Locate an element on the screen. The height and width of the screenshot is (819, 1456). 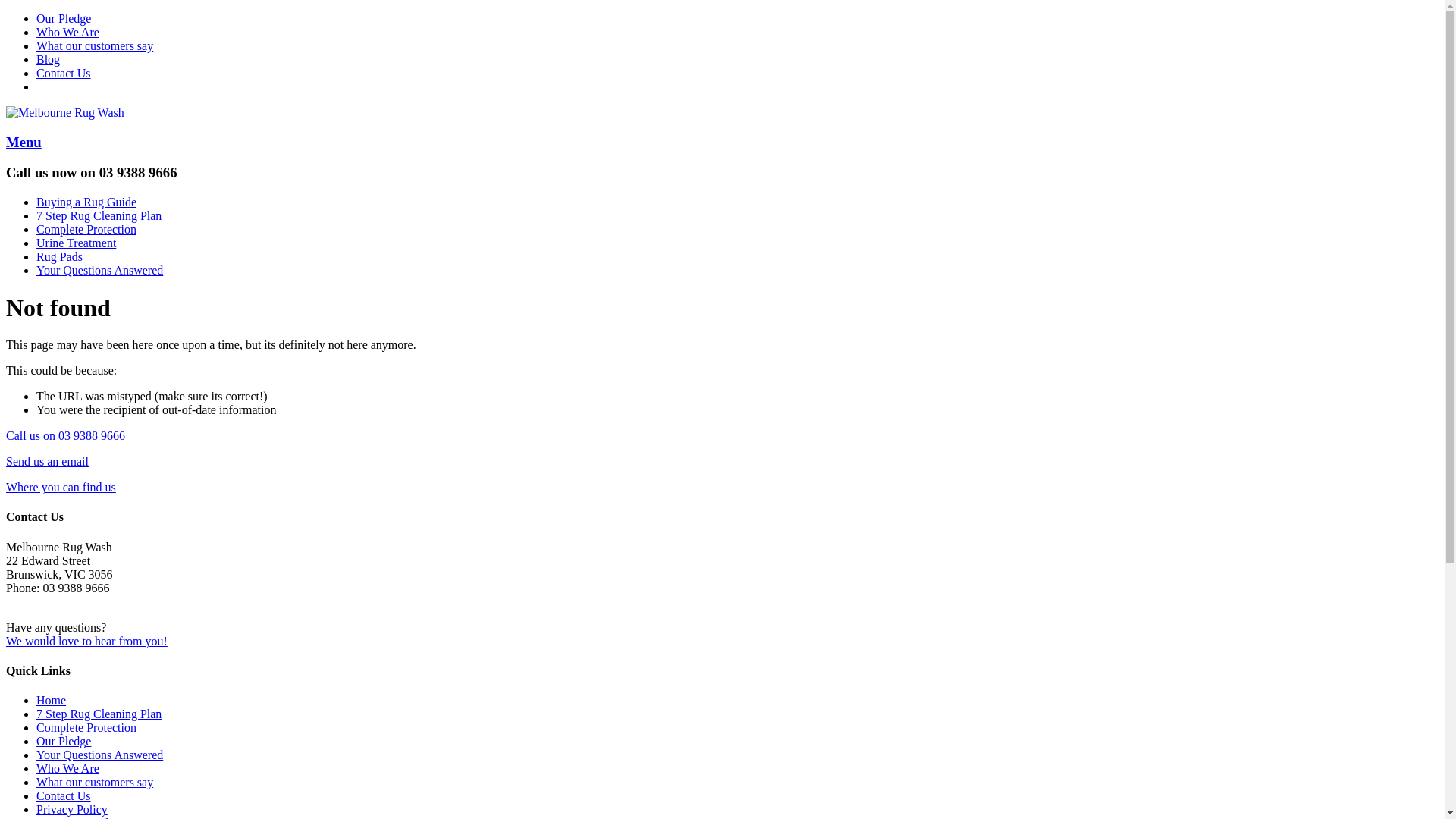
'7 Step Rug Cleaning Plan' is located at coordinates (98, 714).